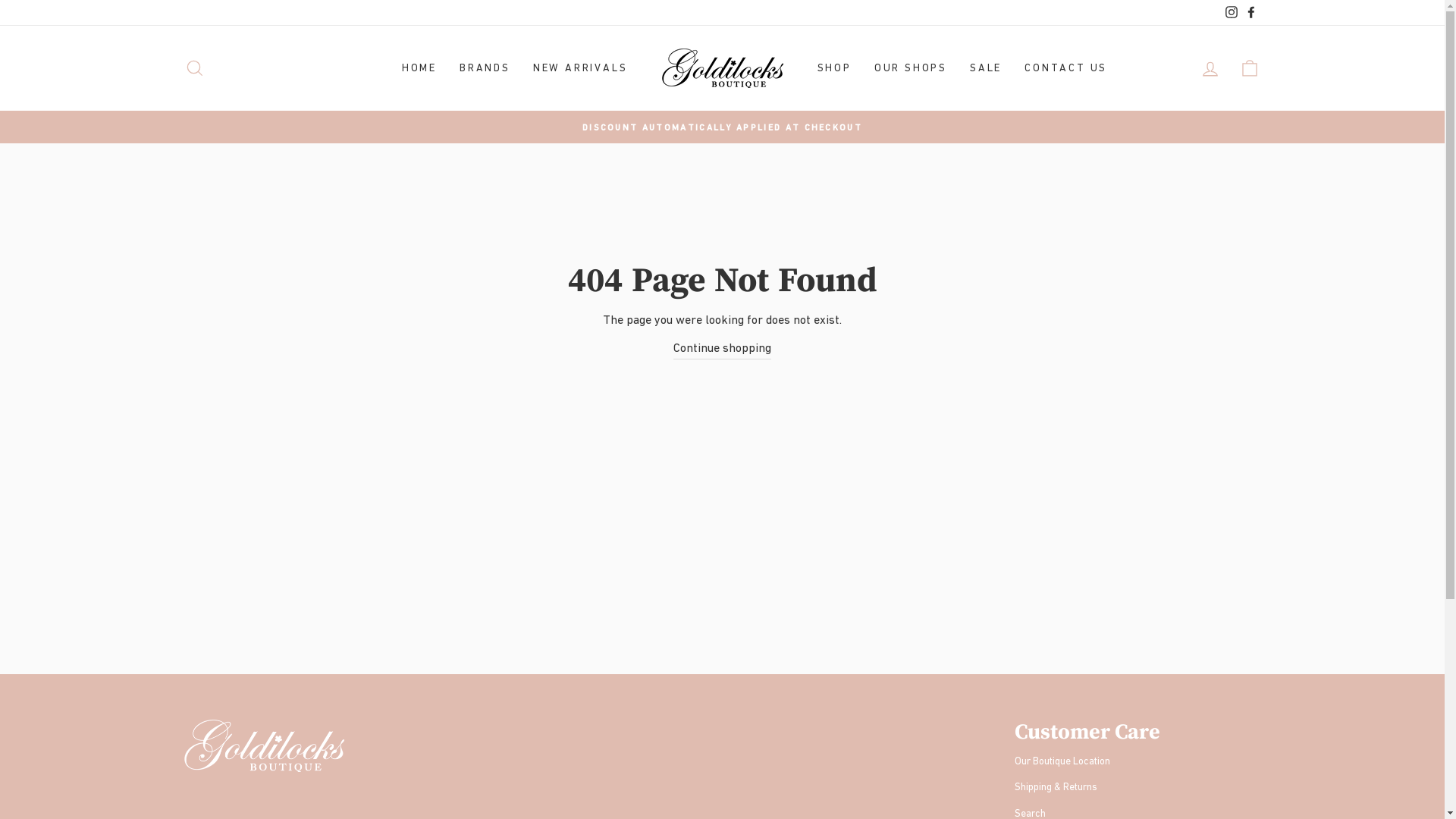 This screenshot has height=819, width=1456. What do you see at coordinates (1055, 786) in the screenshot?
I see `'Shipping & Returns'` at bounding box center [1055, 786].